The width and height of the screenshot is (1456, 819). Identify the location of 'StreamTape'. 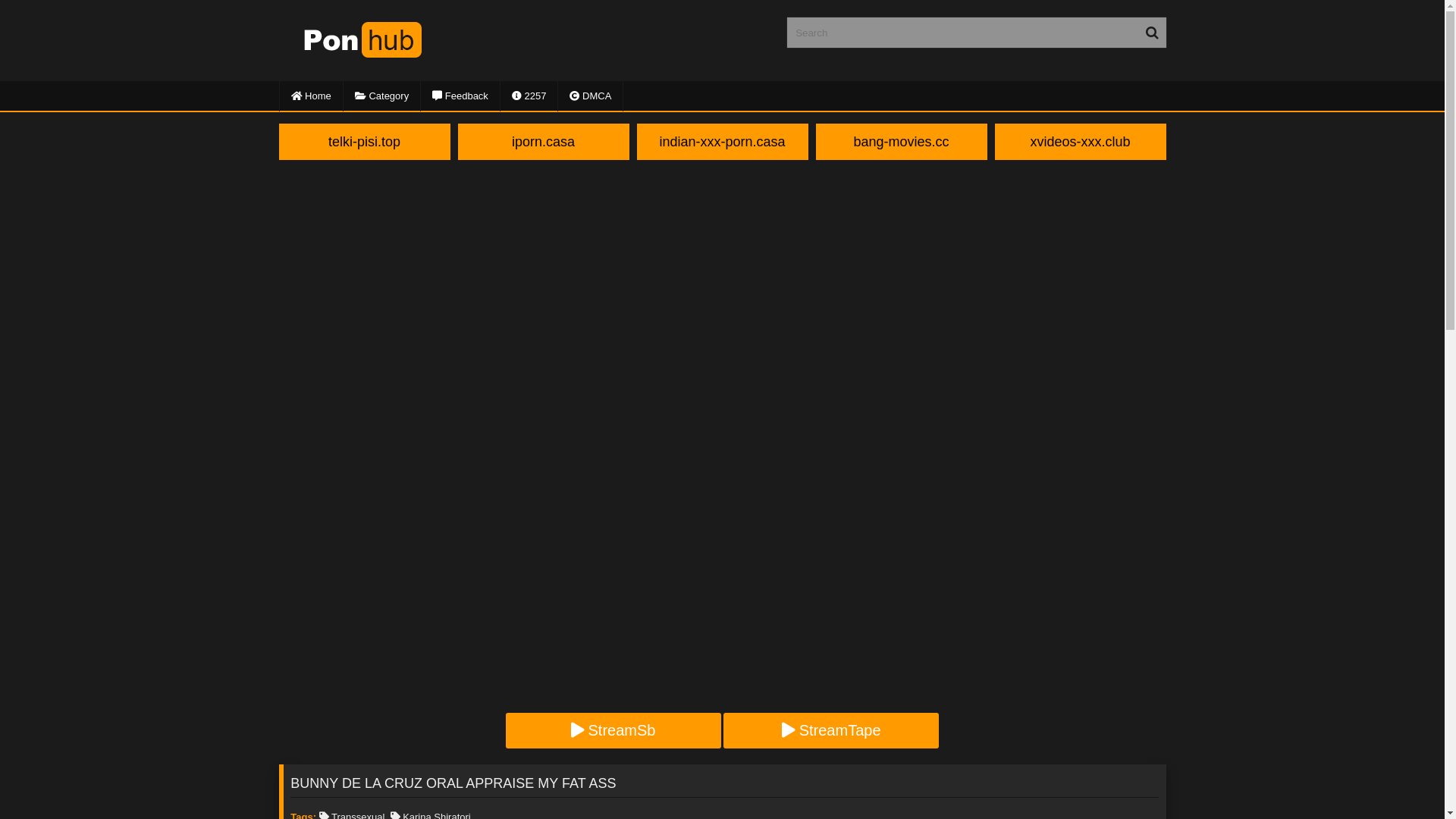
(830, 730).